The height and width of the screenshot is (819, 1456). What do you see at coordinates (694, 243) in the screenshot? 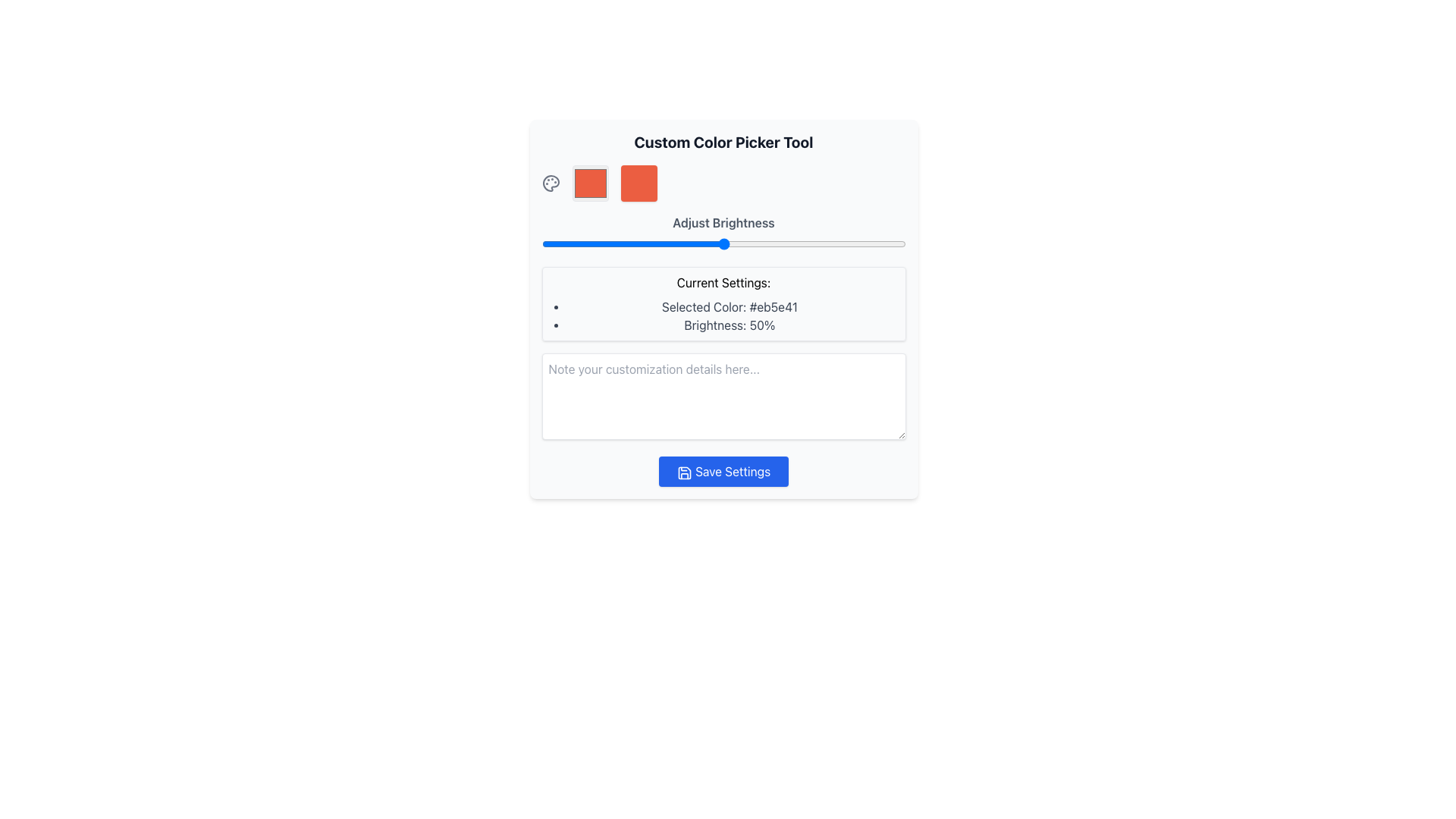
I see `the brightness` at bounding box center [694, 243].